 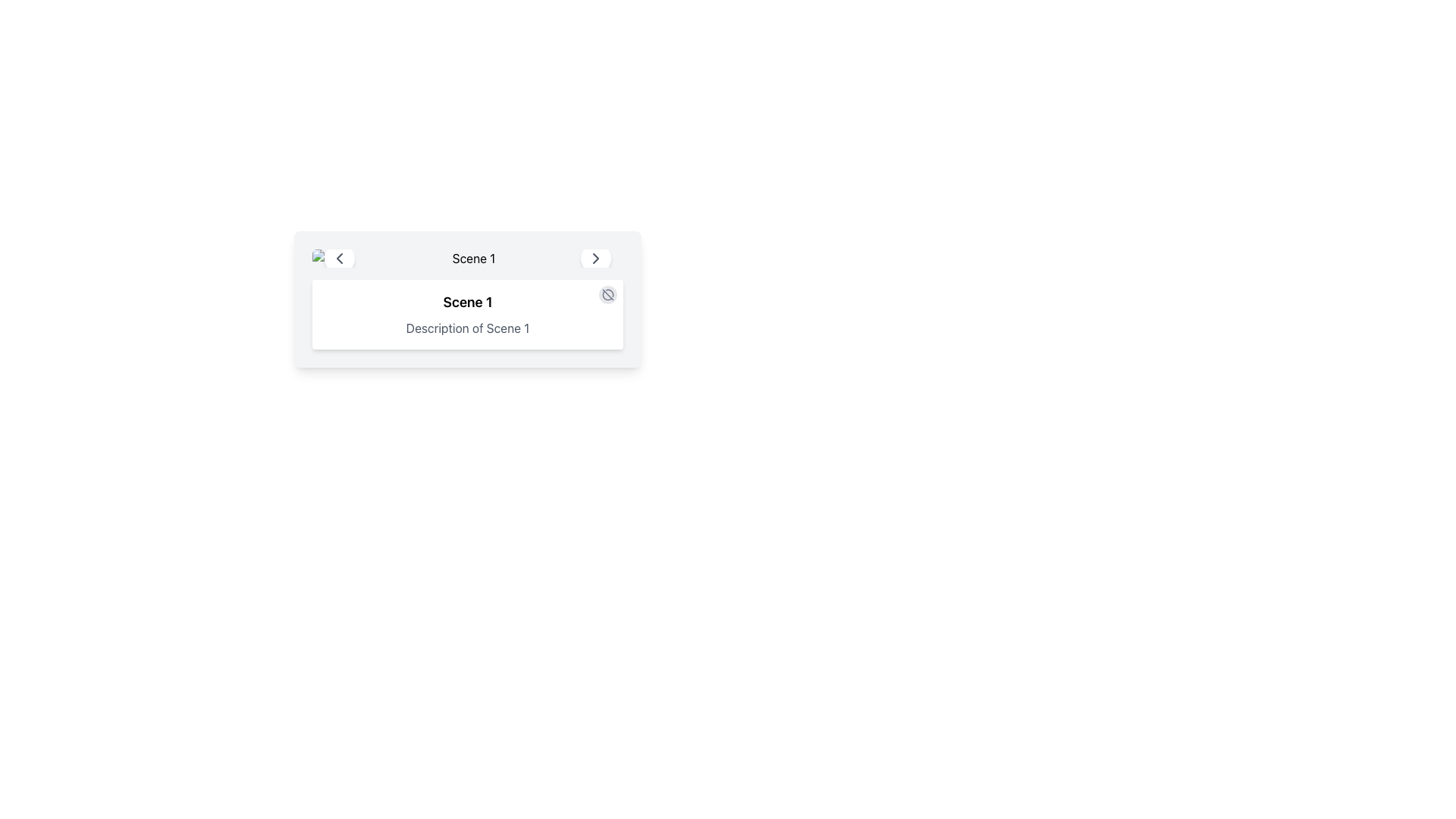 What do you see at coordinates (338, 257) in the screenshot?
I see `the left chevron icon located within a circular button near the top-left corner of the card` at bounding box center [338, 257].